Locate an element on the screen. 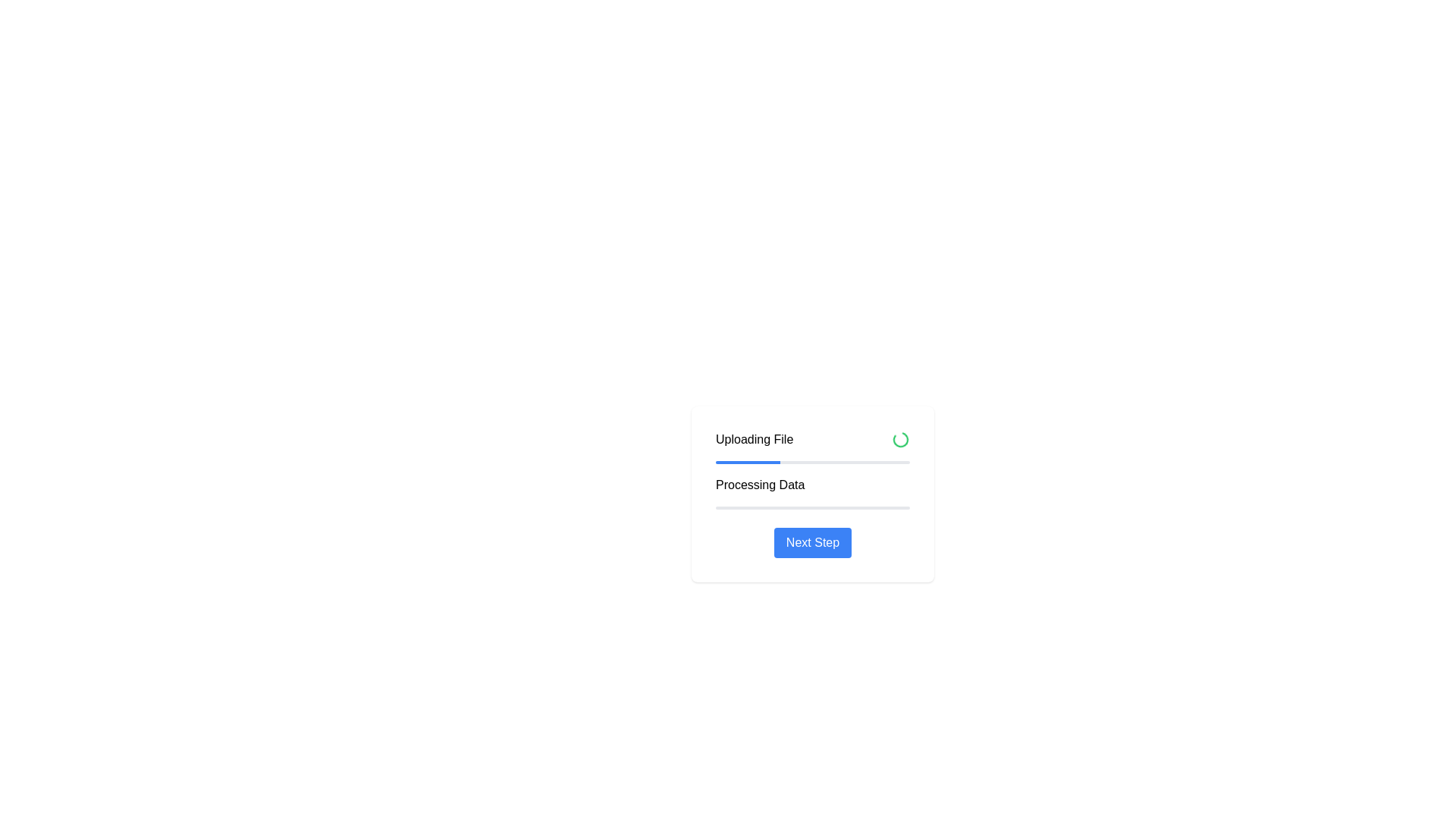 Image resolution: width=1456 pixels, height=819 pixels. the button that serves to proceed to the next step in the process, which is located below a progress bar and text descriptions, centered horizontally at the bottom of a white panel is located at coordinates (811, 542).